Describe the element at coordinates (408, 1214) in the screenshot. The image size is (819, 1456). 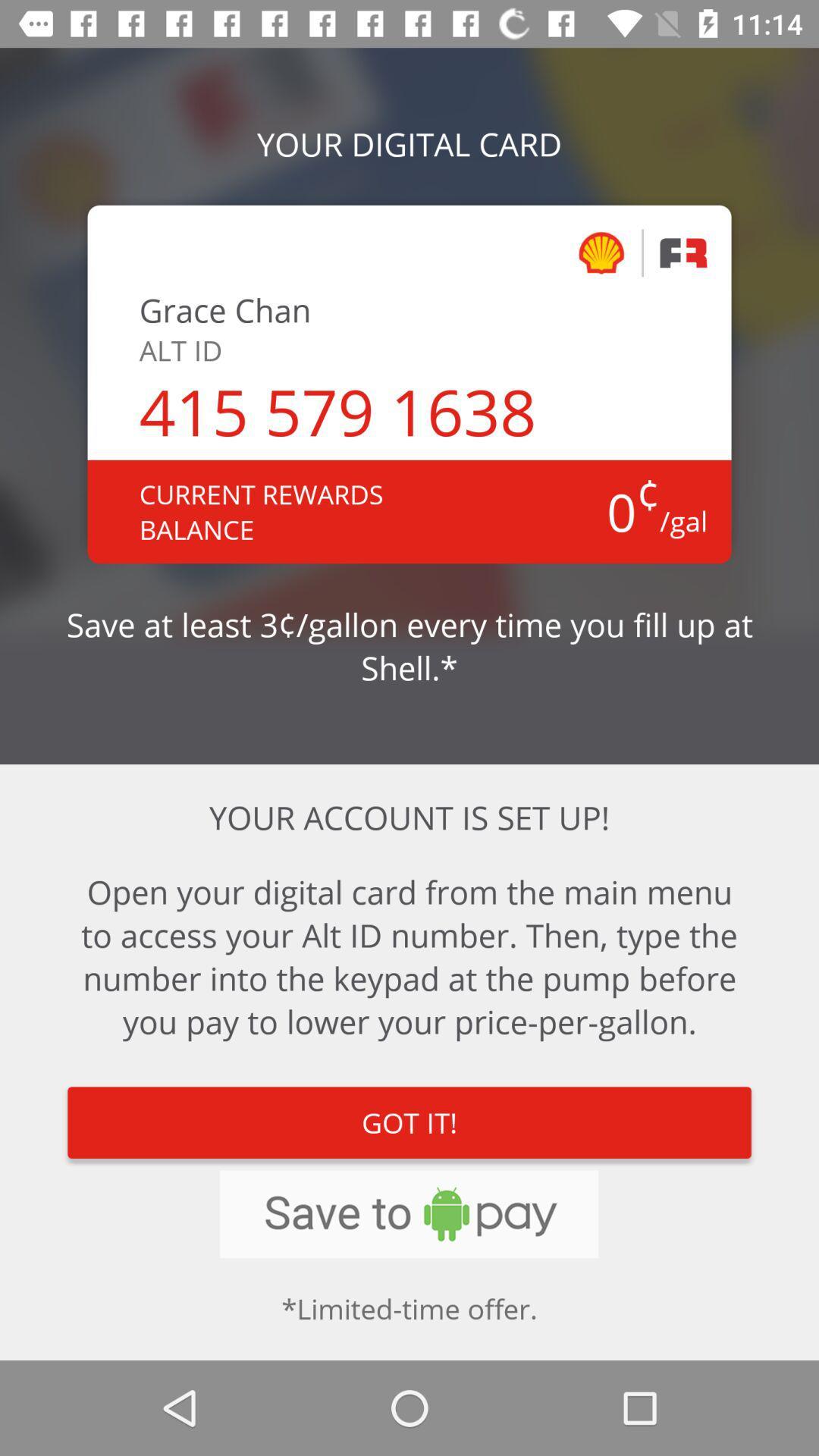
I see `to android pay` at that location.